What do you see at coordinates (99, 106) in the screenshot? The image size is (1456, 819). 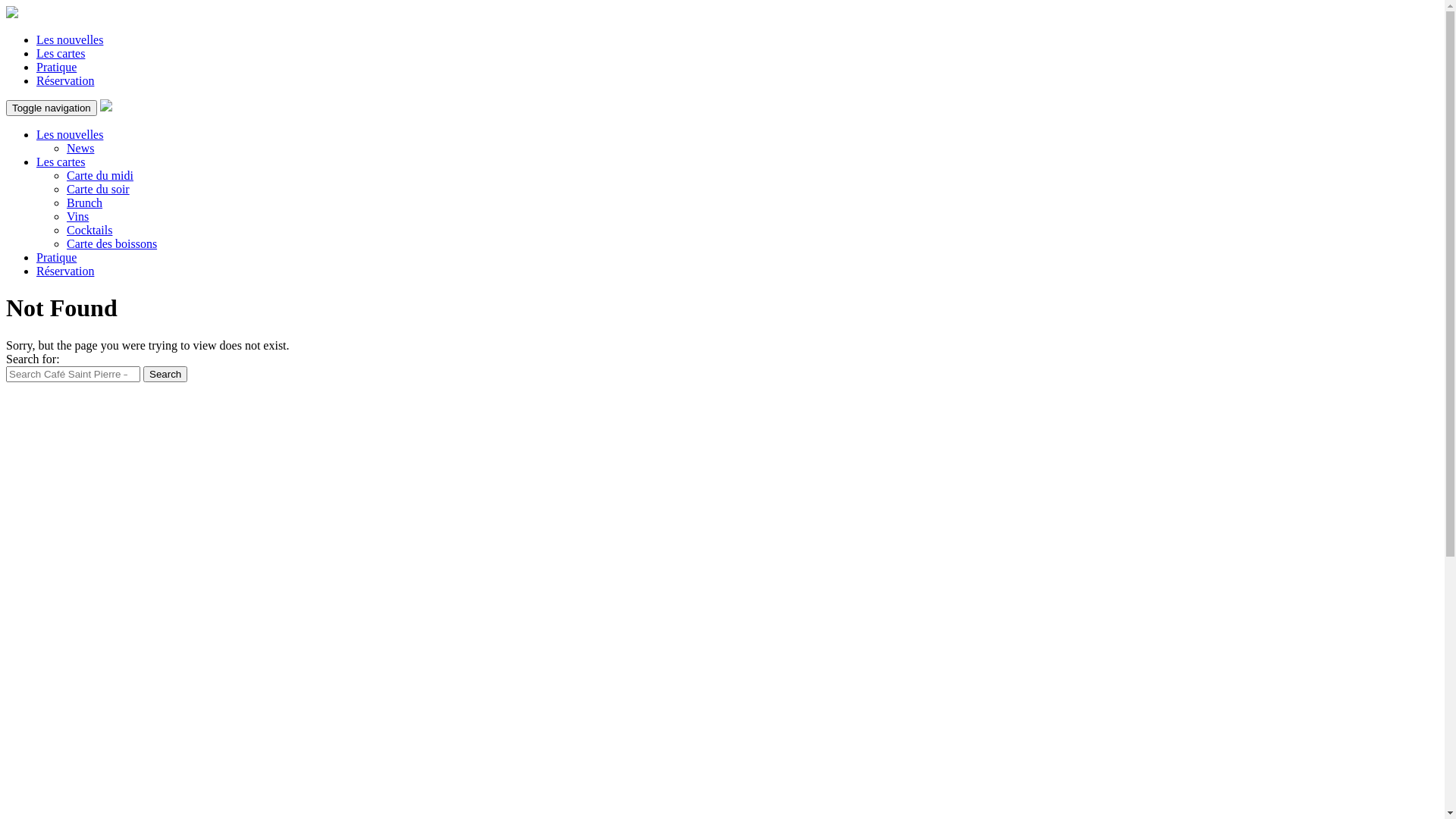 I see `'Saint-Pierre'` at bounding box center [99, 106].